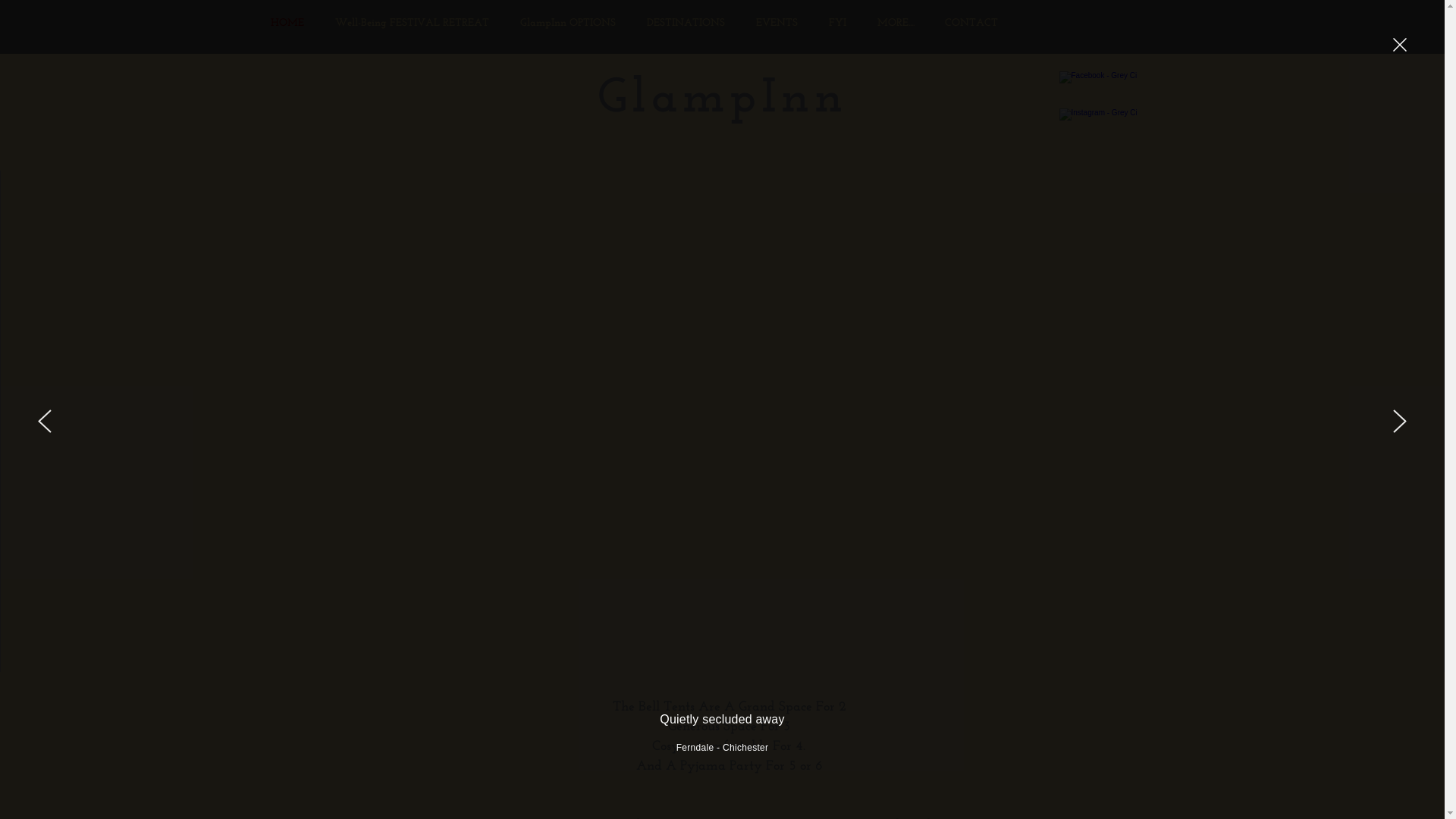 The height and width of the screenshot is (819, 1456). I want to click on 'FYI', so click(836, 23).